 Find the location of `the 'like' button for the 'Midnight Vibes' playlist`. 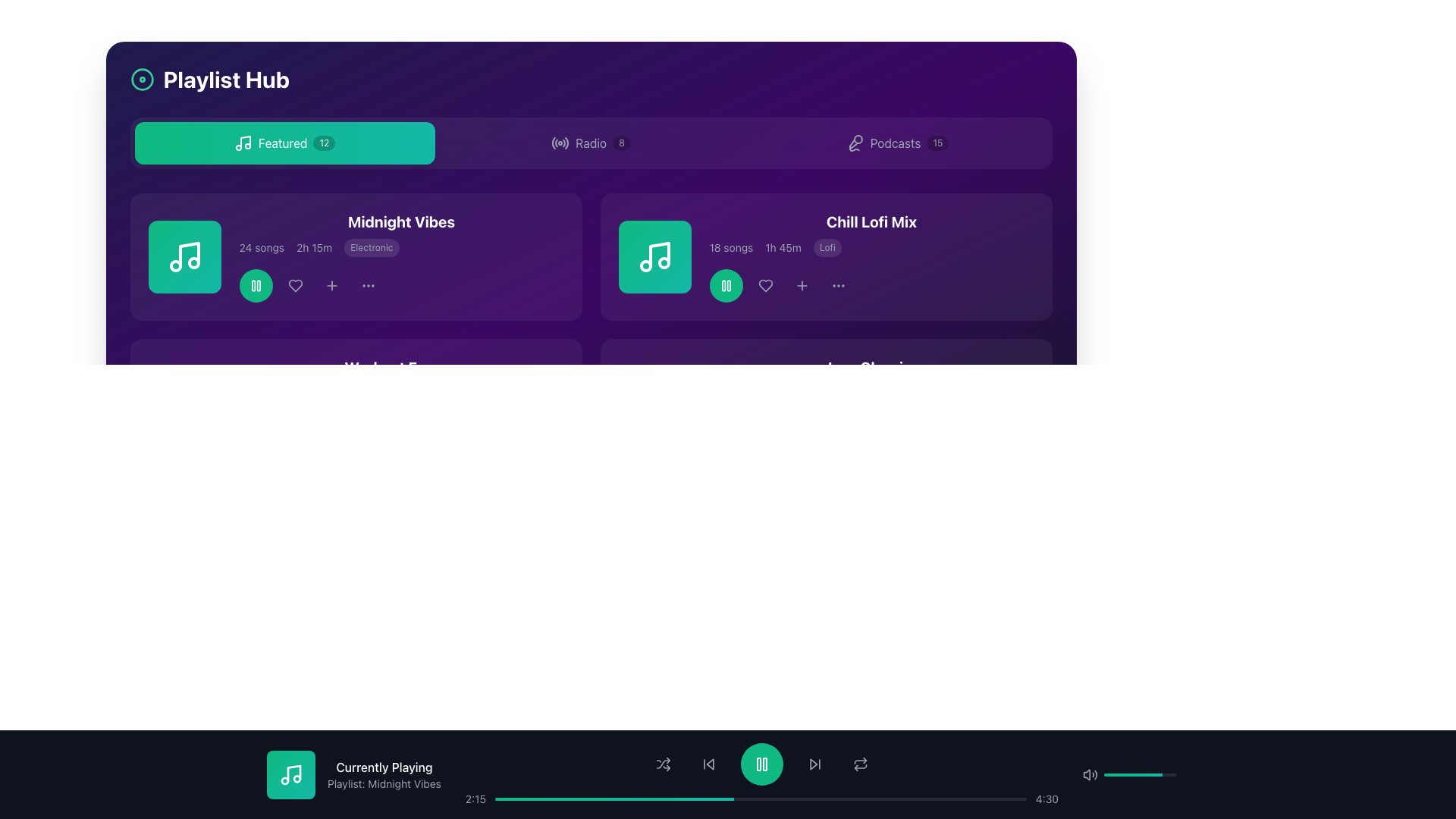

the 'like' button for the 'Midnight Vibes' playlist is located at coordinates (295, 286).